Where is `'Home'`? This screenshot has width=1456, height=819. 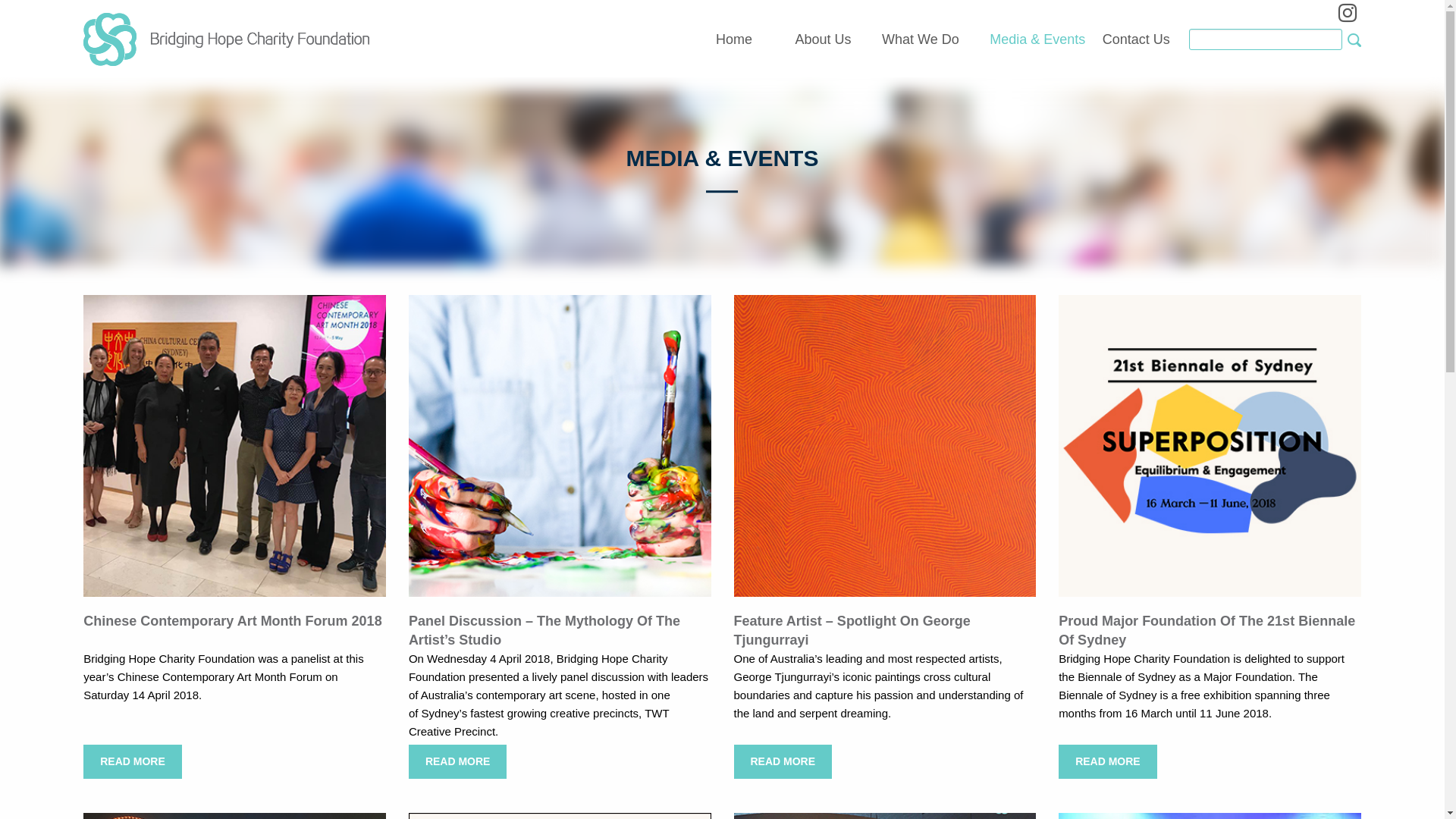
'Home' is located at coordinates (715, 39).